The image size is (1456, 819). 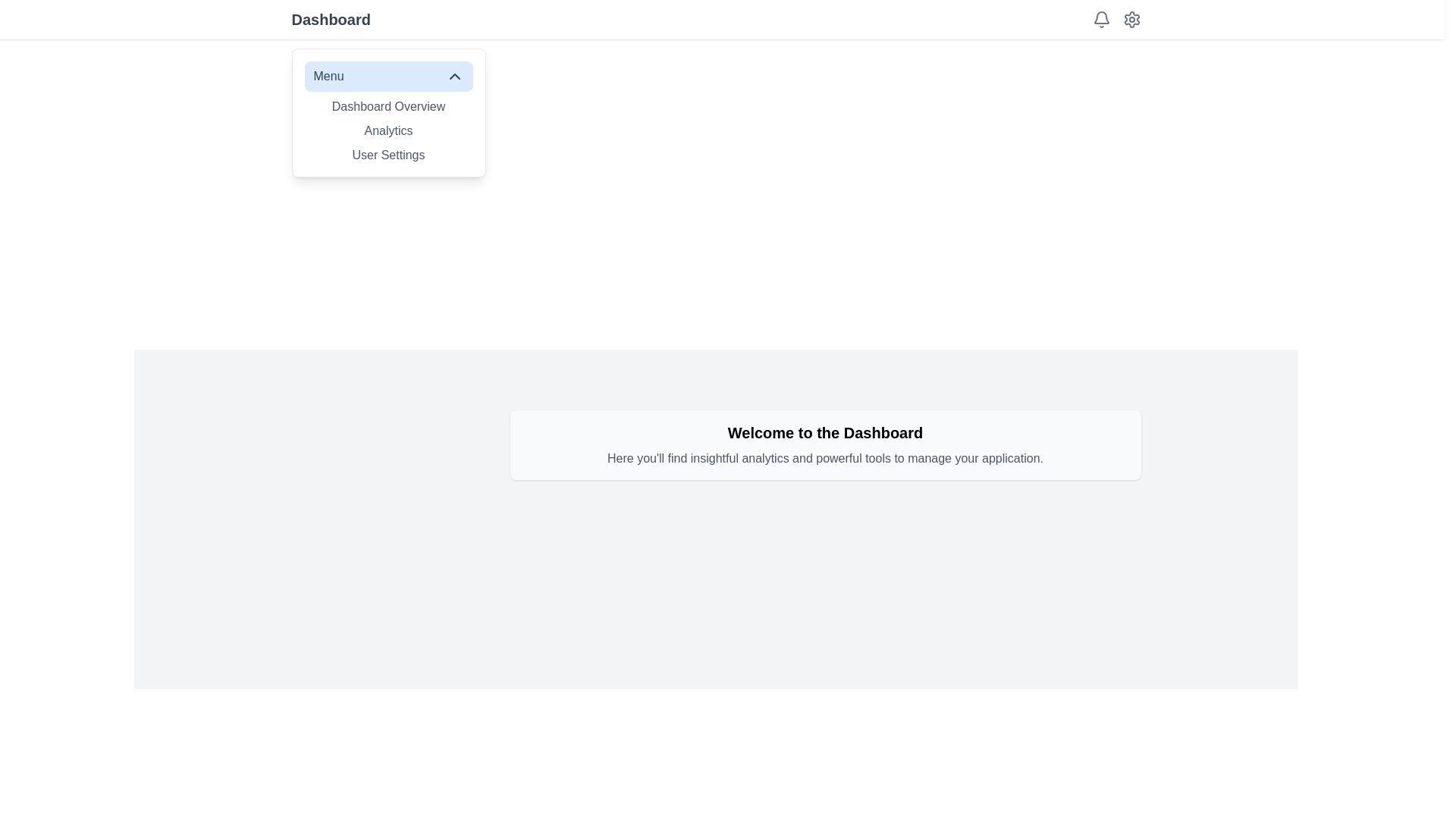 I want to click on the gear icon in the Icon Group located at the top-right section of the page for settings, so click(x=1116, y=20).